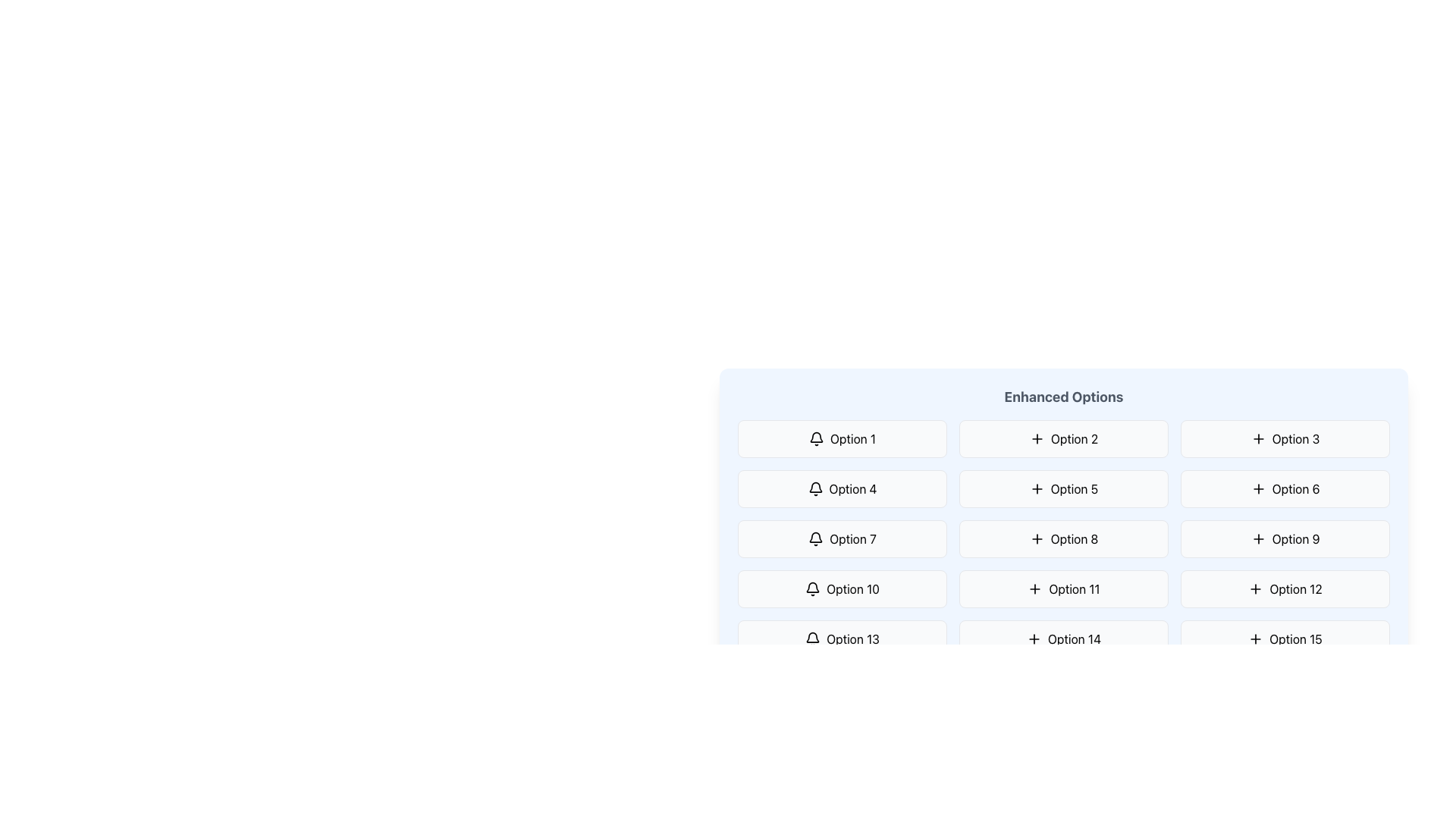 This screenshot has height=819, width=1456. What do you see at coordinates (1258, 538) in the screenshot?
I see `the compact '+' icon located within the button labeled 'Option 9', which is centered in the grid layout titled 'Enhanced Options'` at bounding box center [1258, 538].